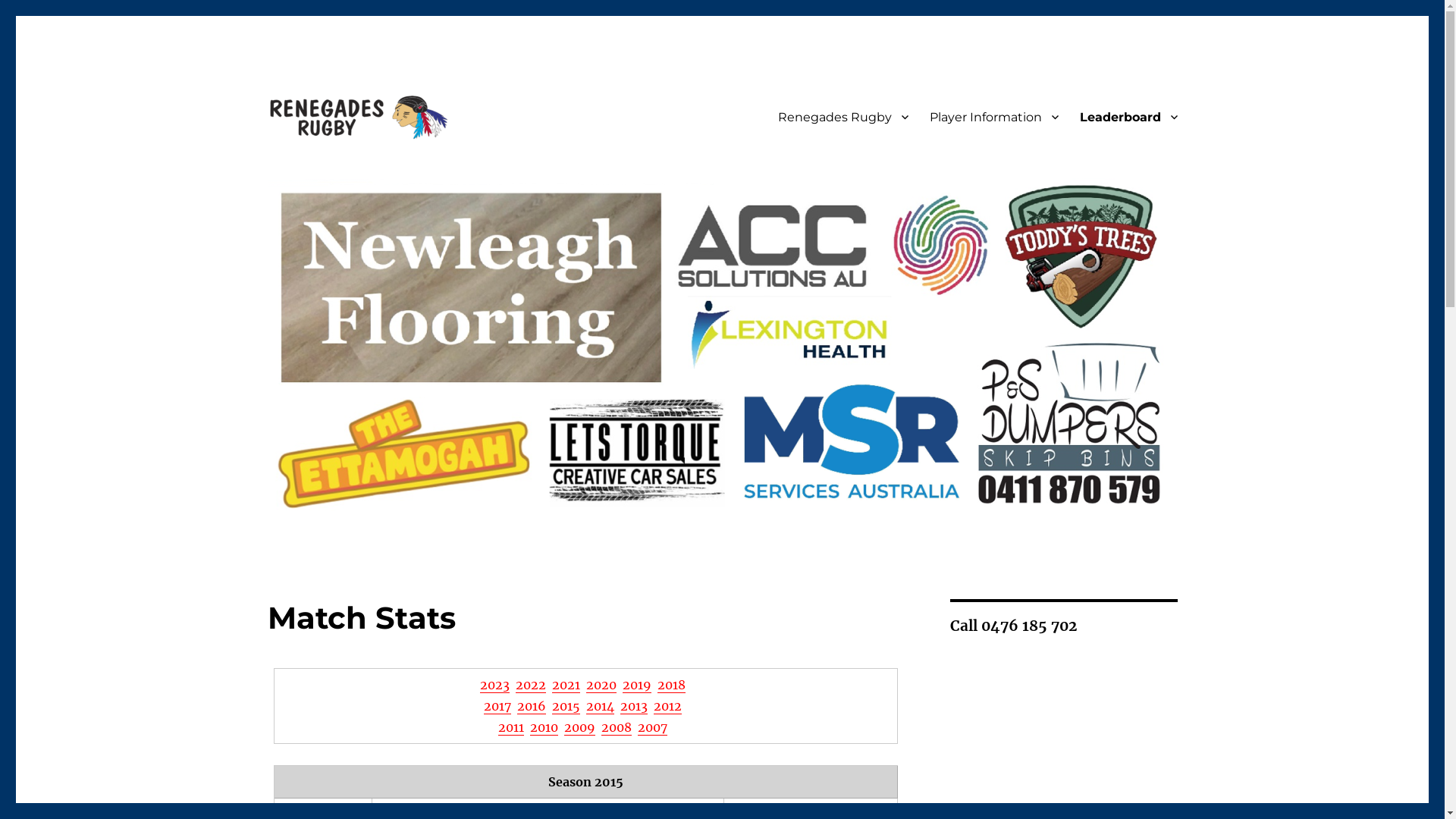 The image size is (1456, 819). Describe the element at coordinates (510, 726) in the screenshot. I see `'2011'` at that location.